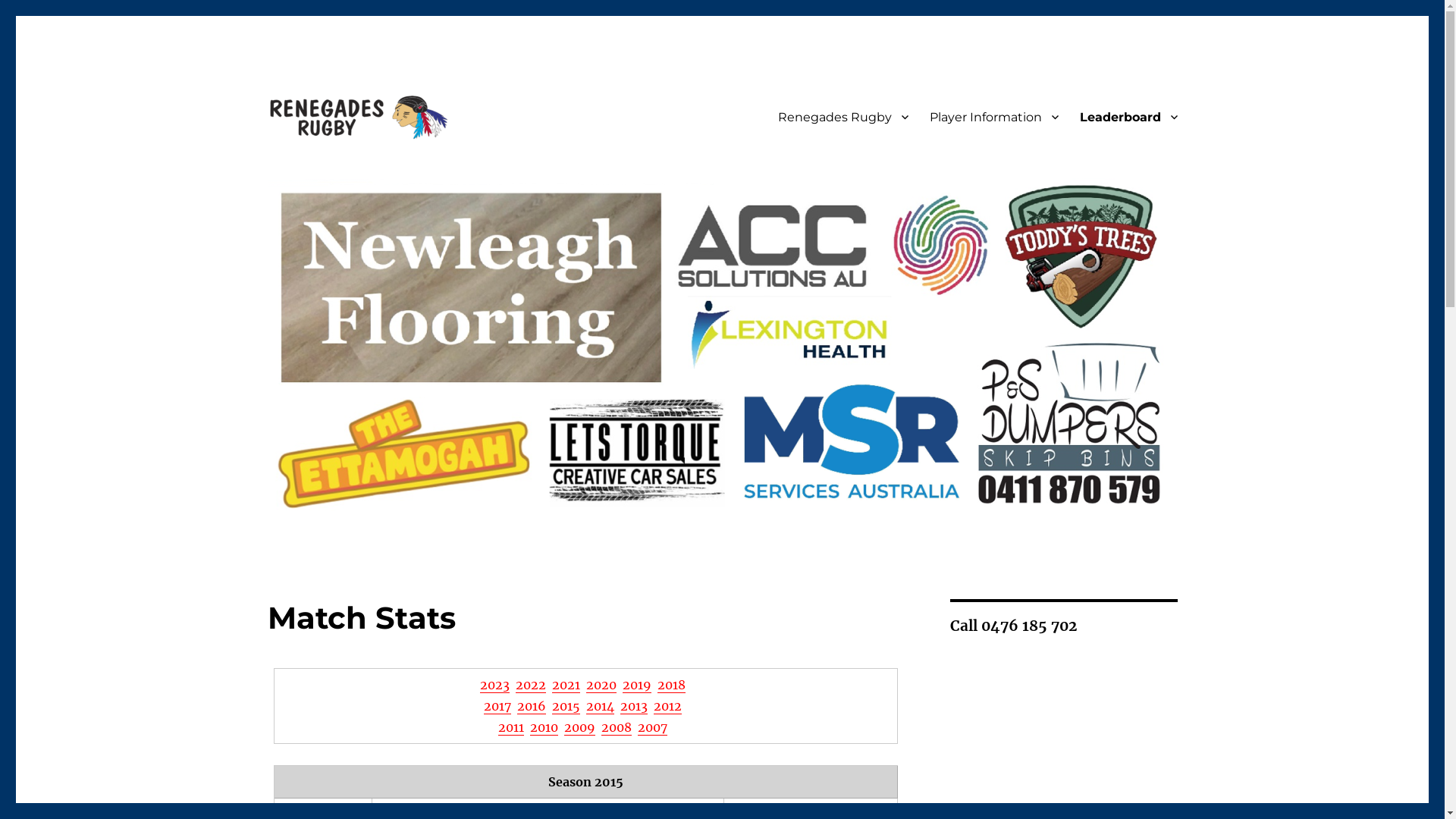 The image size is (1456, 819). Describe the element at coordinates (510, 726) in the screenshot. I see `'2011'` at that location.